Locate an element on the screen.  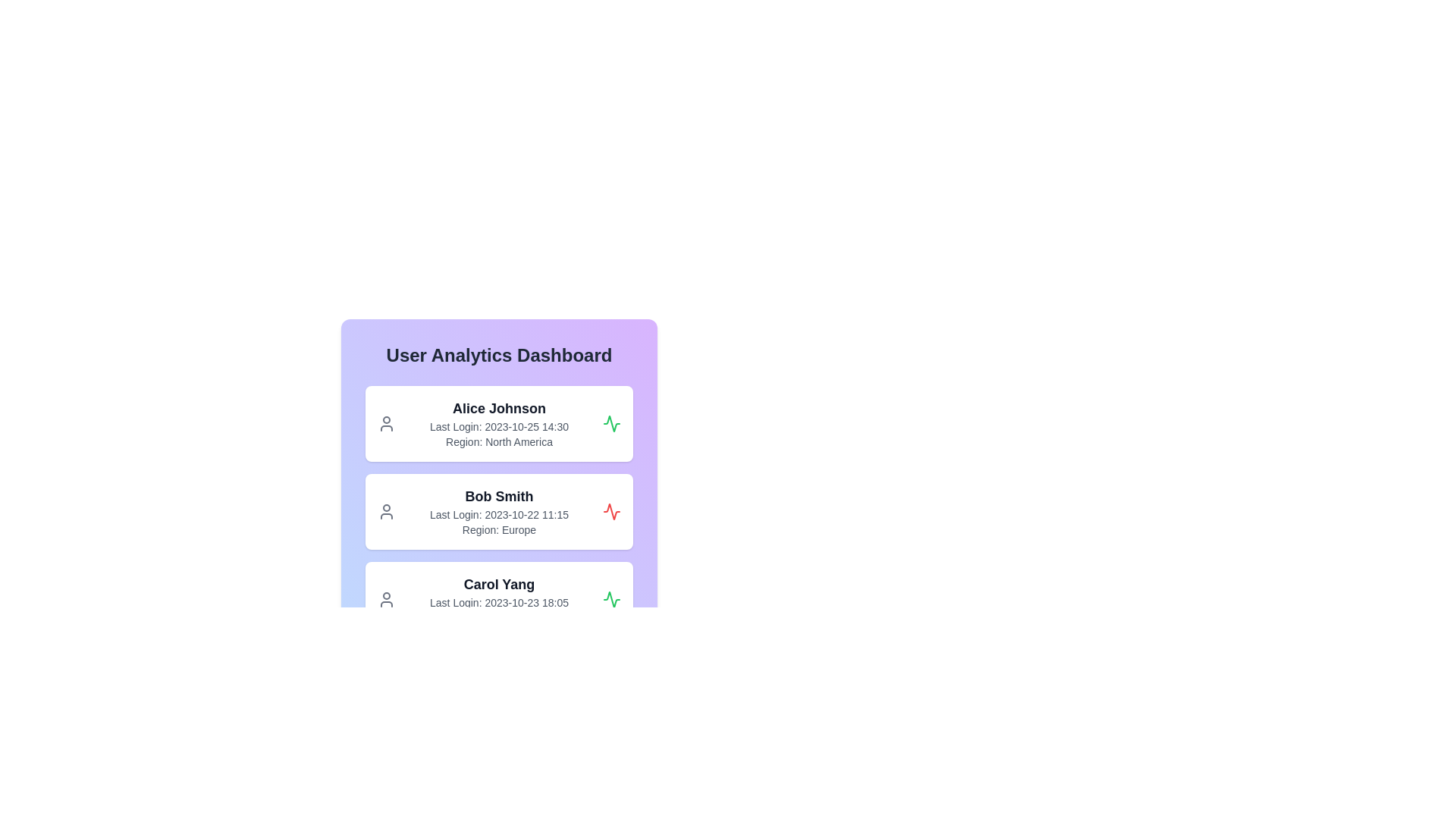
the text label displaying 'Last Login: 2023-10-23 18:05' which is located below 'Carol Yang' and above 'Region: Asia' is located at coordinates (499, 601).